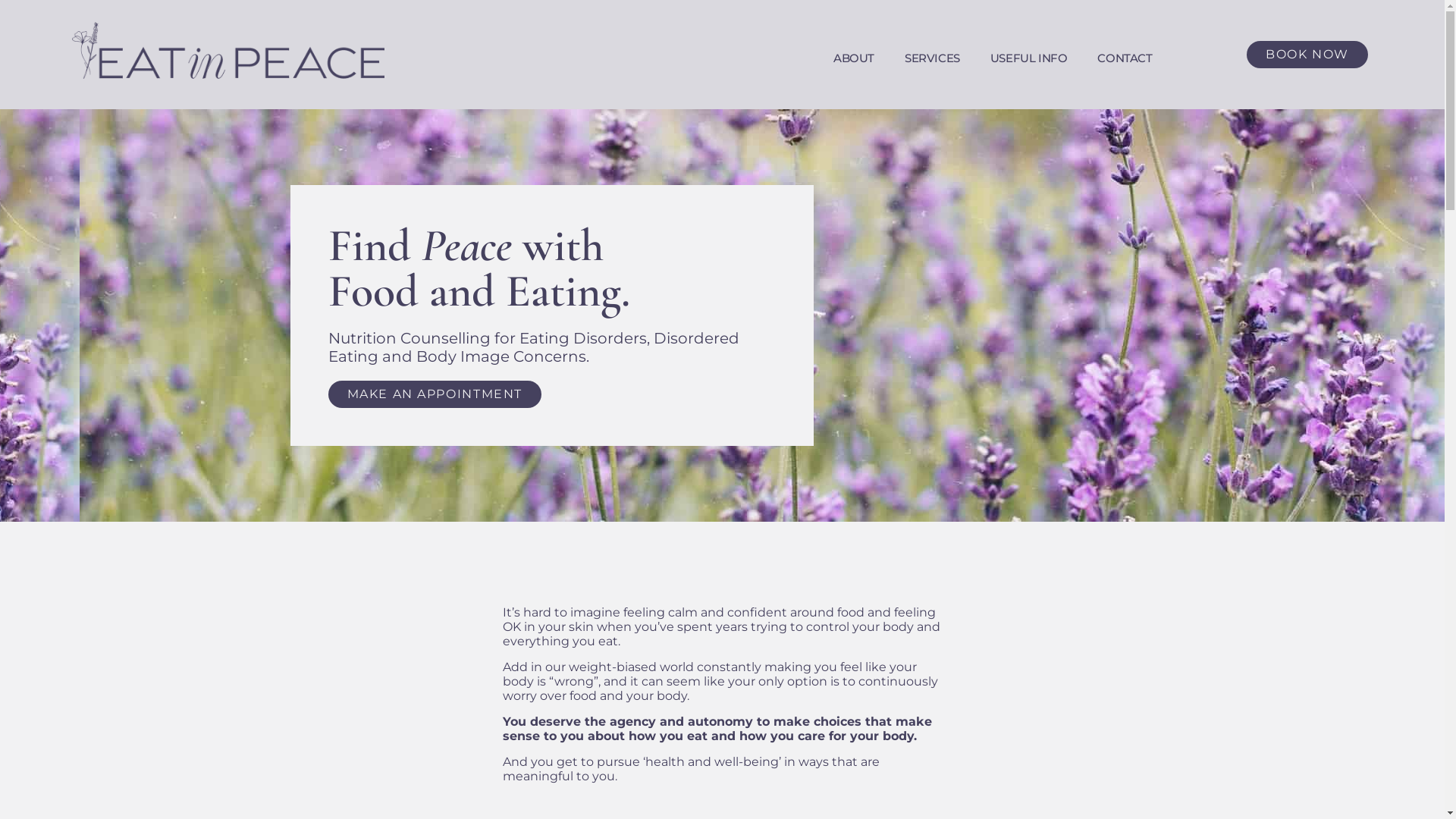 This screenshot has width=1456, height=819. Describe the element at coordinates (1125, 58) in the screenshot. I see `'CONTACT'` at that location.